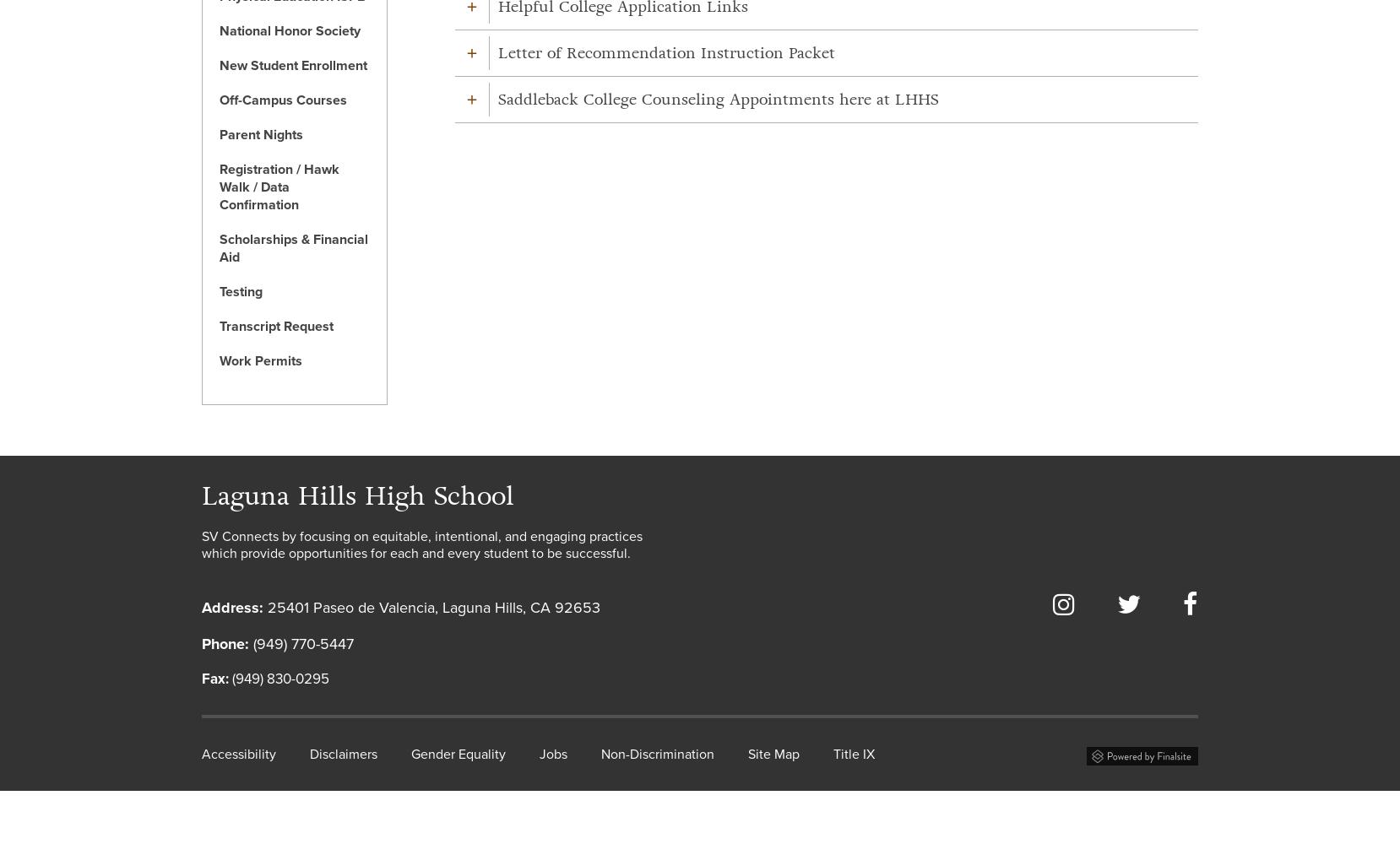 The image size is (1400, 844). I want to click on 'Accessibility', so click(238, 754).